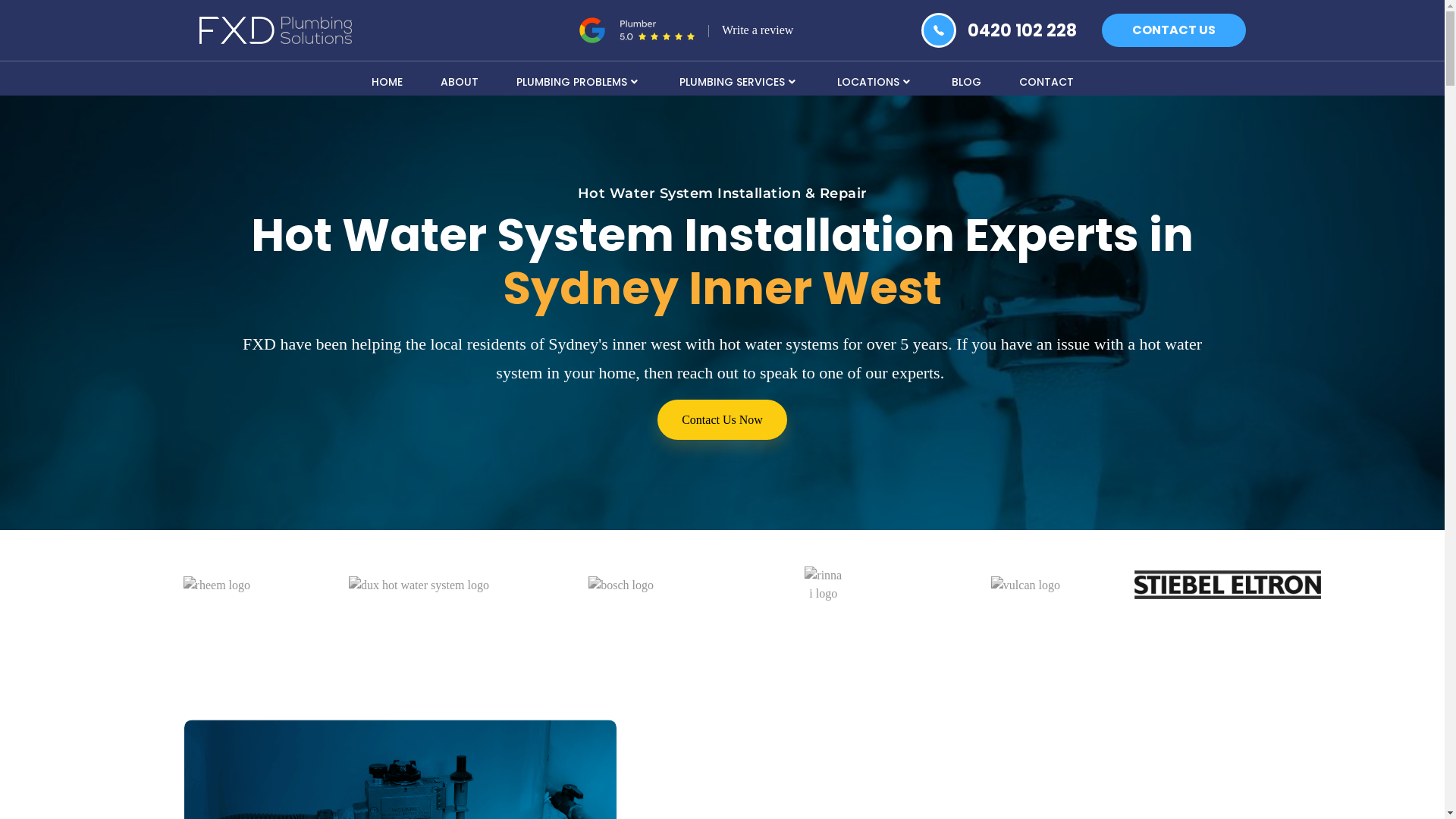 The image size is (1456, 819). What do you see at coordinates (386, 80) in the screenshot?
I see `'HOME'` at bounding box center [386, 80].